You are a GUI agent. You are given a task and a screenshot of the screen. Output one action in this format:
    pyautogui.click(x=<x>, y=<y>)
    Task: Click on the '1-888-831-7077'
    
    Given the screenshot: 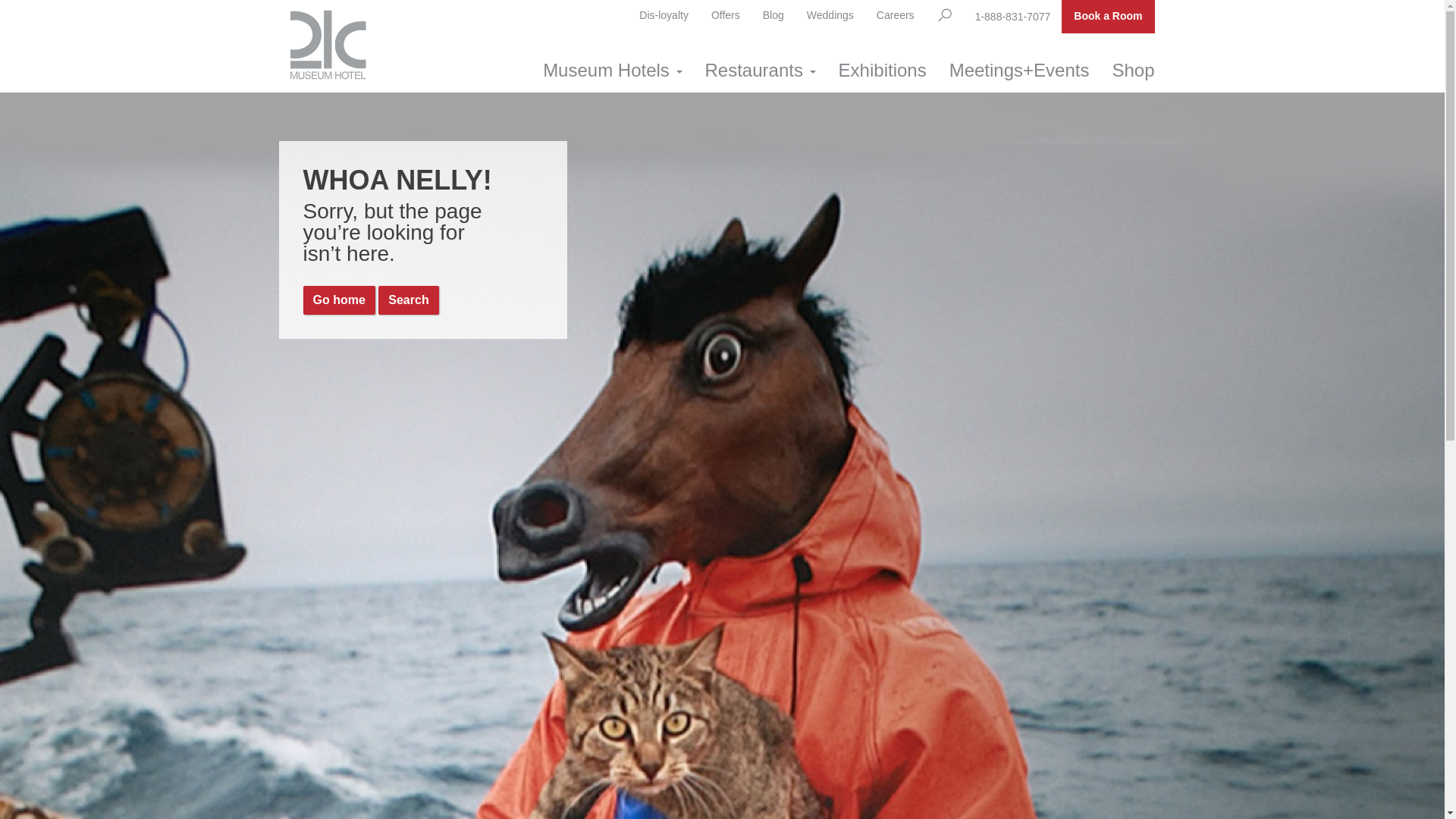 What is the action you would take?
    pyautogui.click(x=1012, y=17)
    